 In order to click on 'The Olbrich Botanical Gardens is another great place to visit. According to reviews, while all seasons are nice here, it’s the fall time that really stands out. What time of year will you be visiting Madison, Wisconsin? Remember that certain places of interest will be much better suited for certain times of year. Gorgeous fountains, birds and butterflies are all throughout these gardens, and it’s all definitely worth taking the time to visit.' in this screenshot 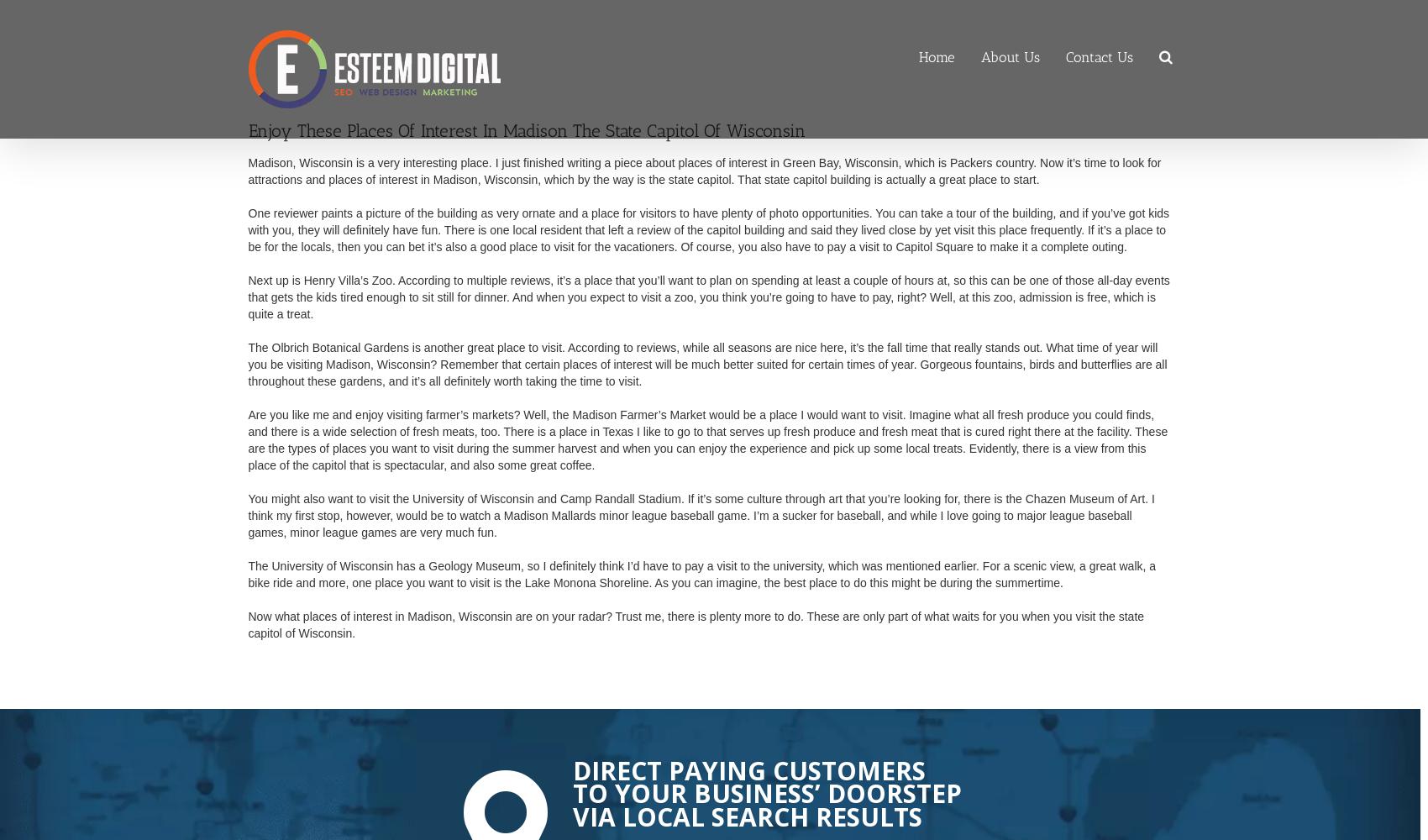, I will do `click(706, 364)`.